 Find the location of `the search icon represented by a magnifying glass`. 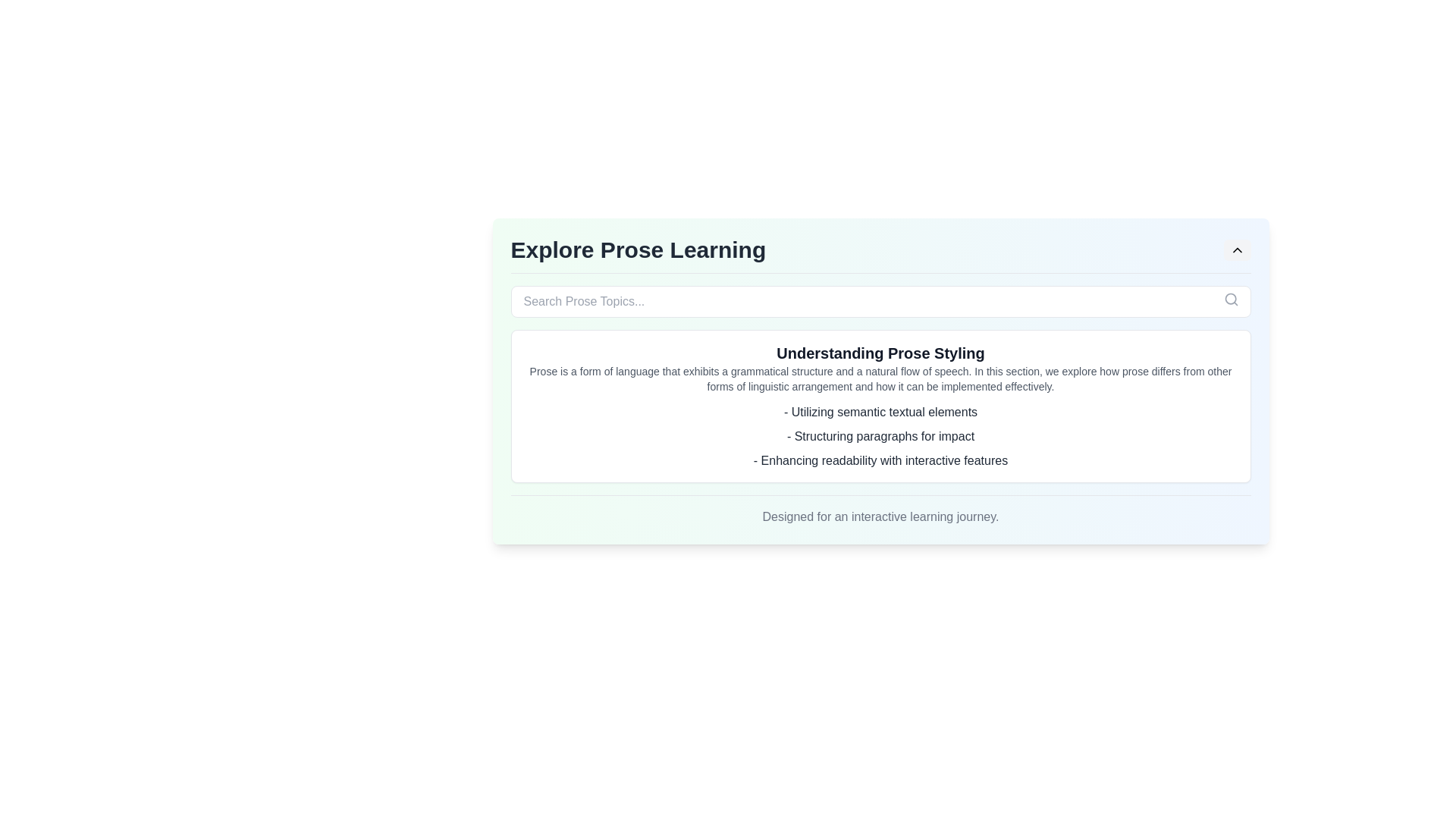

the search icon represented by a magnifying glass is located at coordinates (1231, 299).